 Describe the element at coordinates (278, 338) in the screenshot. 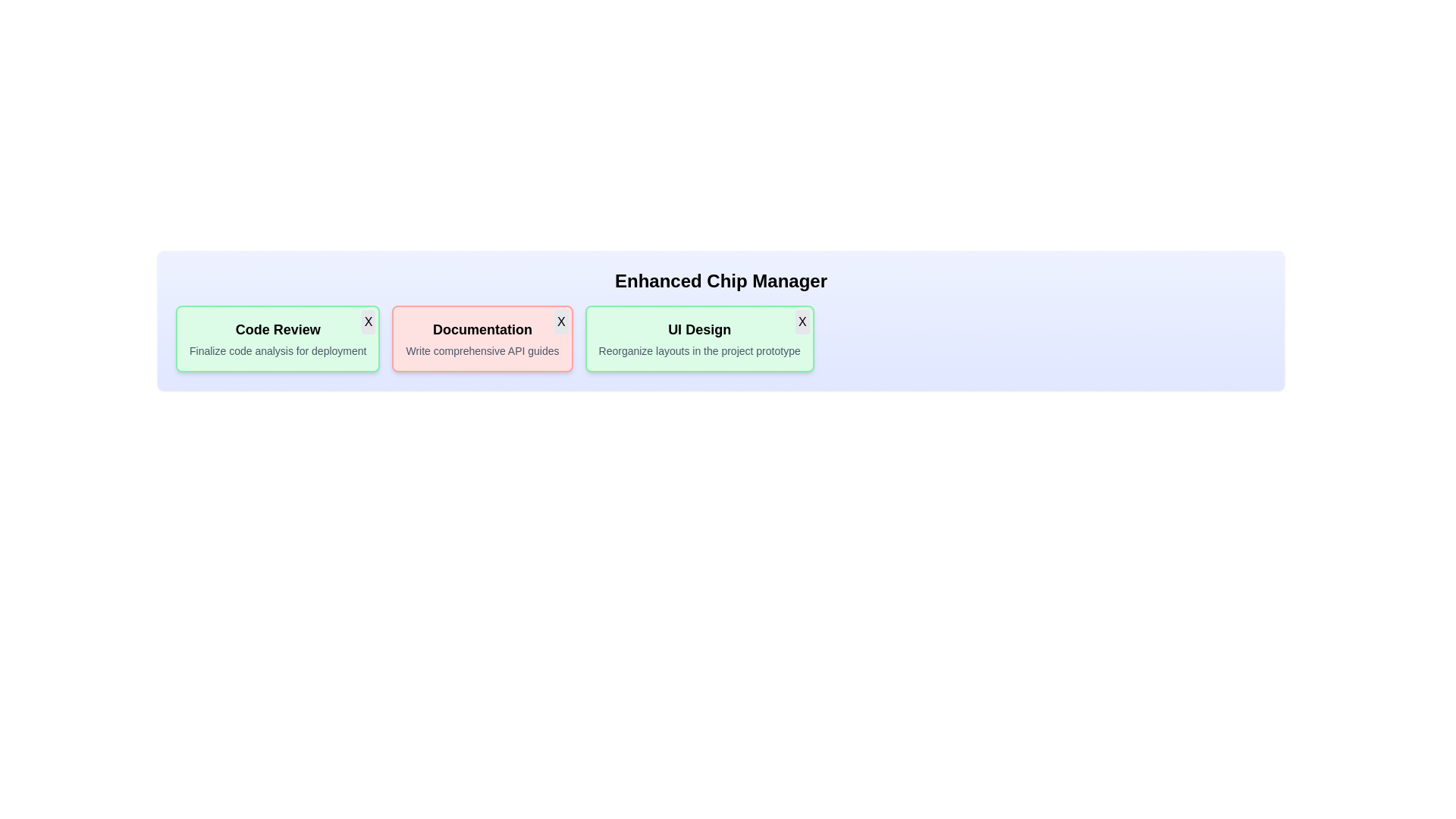

I see `the chip labeled Code Review` at that location.